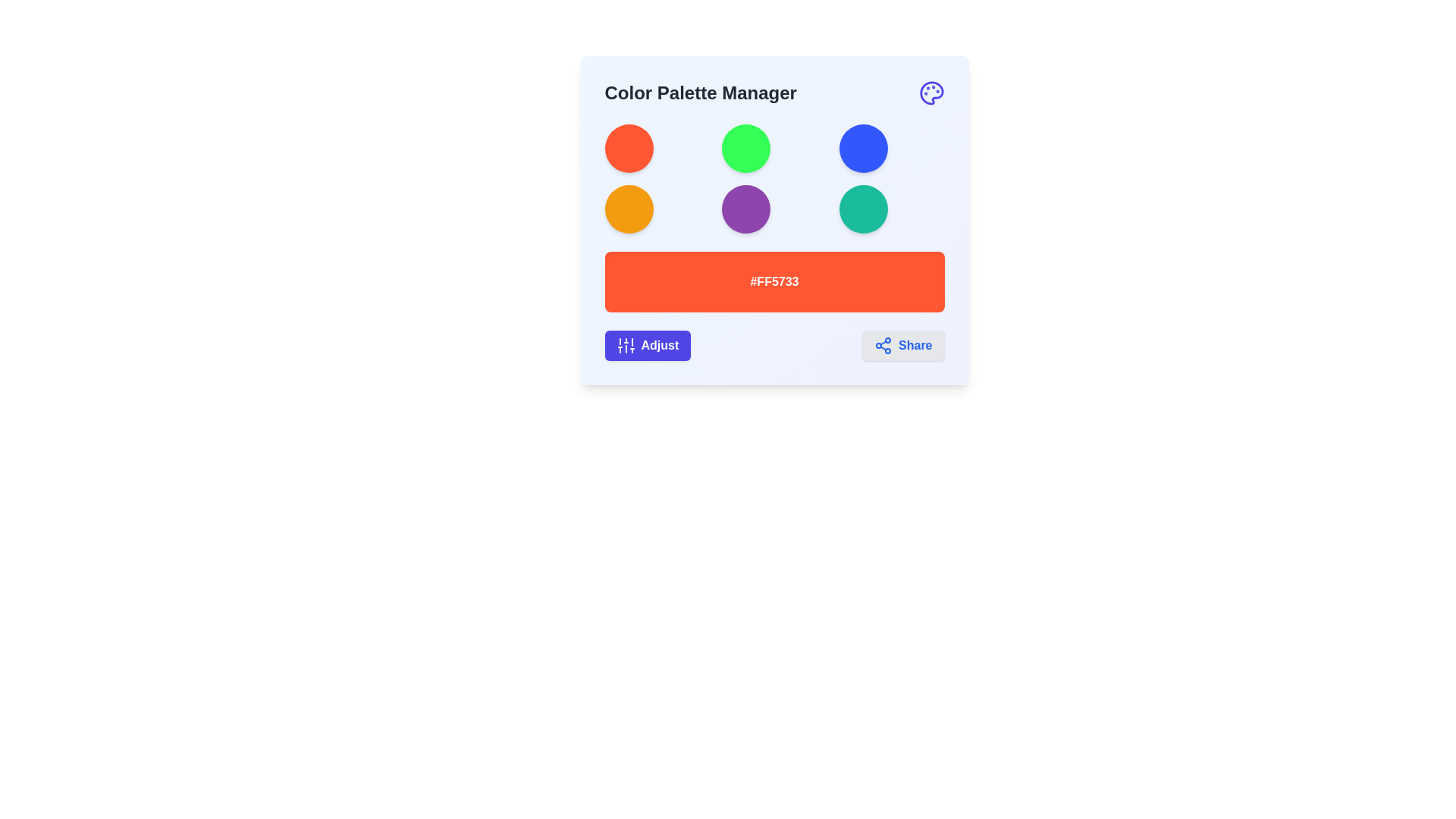 The width and height of the screenshot is (1456, 819). Describe the element at coordinates (626, 345) in the screenshot. I see `the icon resembling vertical sliders located within the 'Adjust' button in the bottom-left corner of the widget` at that location.